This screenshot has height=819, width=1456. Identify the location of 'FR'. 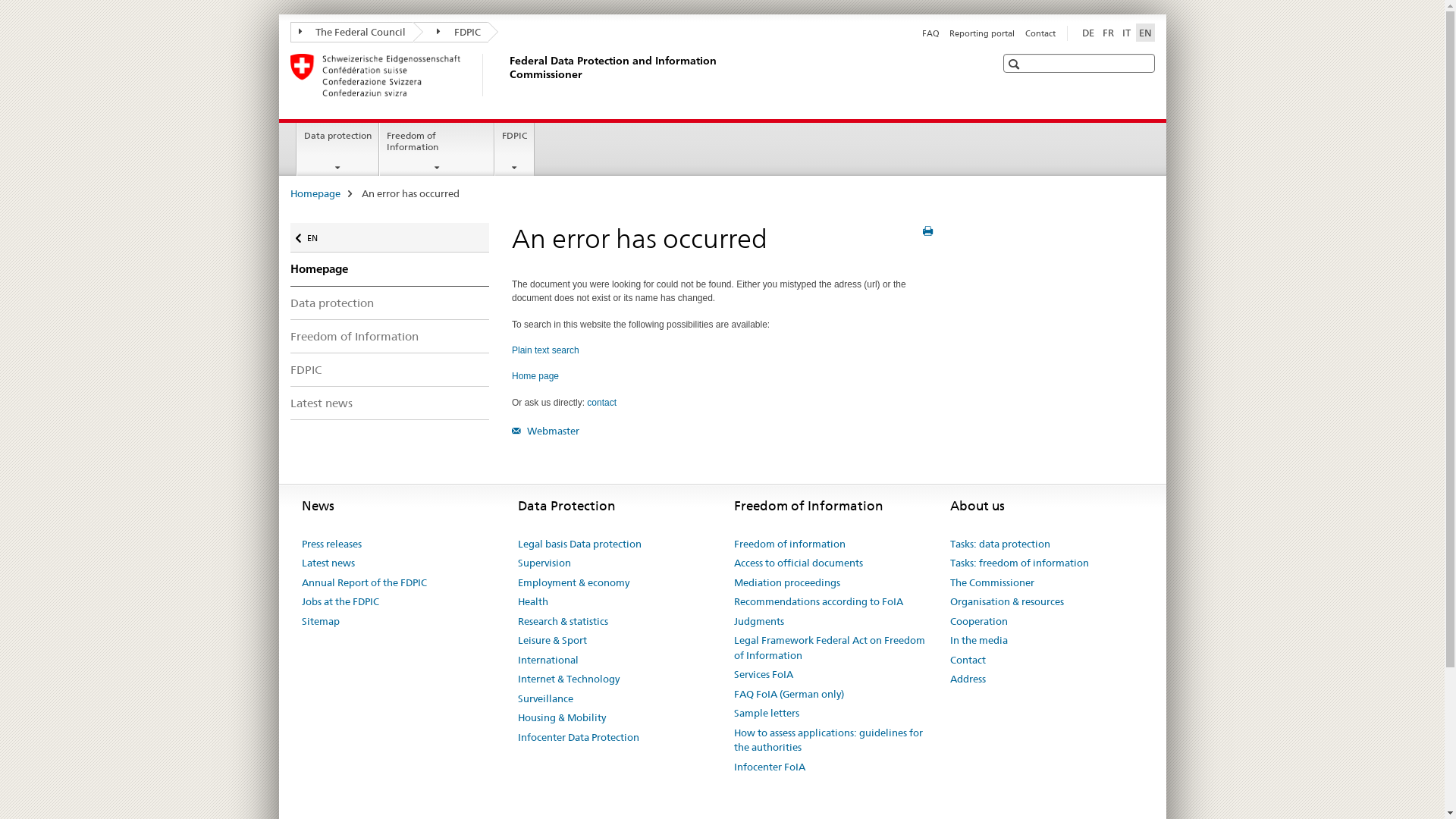
(1108, 32).